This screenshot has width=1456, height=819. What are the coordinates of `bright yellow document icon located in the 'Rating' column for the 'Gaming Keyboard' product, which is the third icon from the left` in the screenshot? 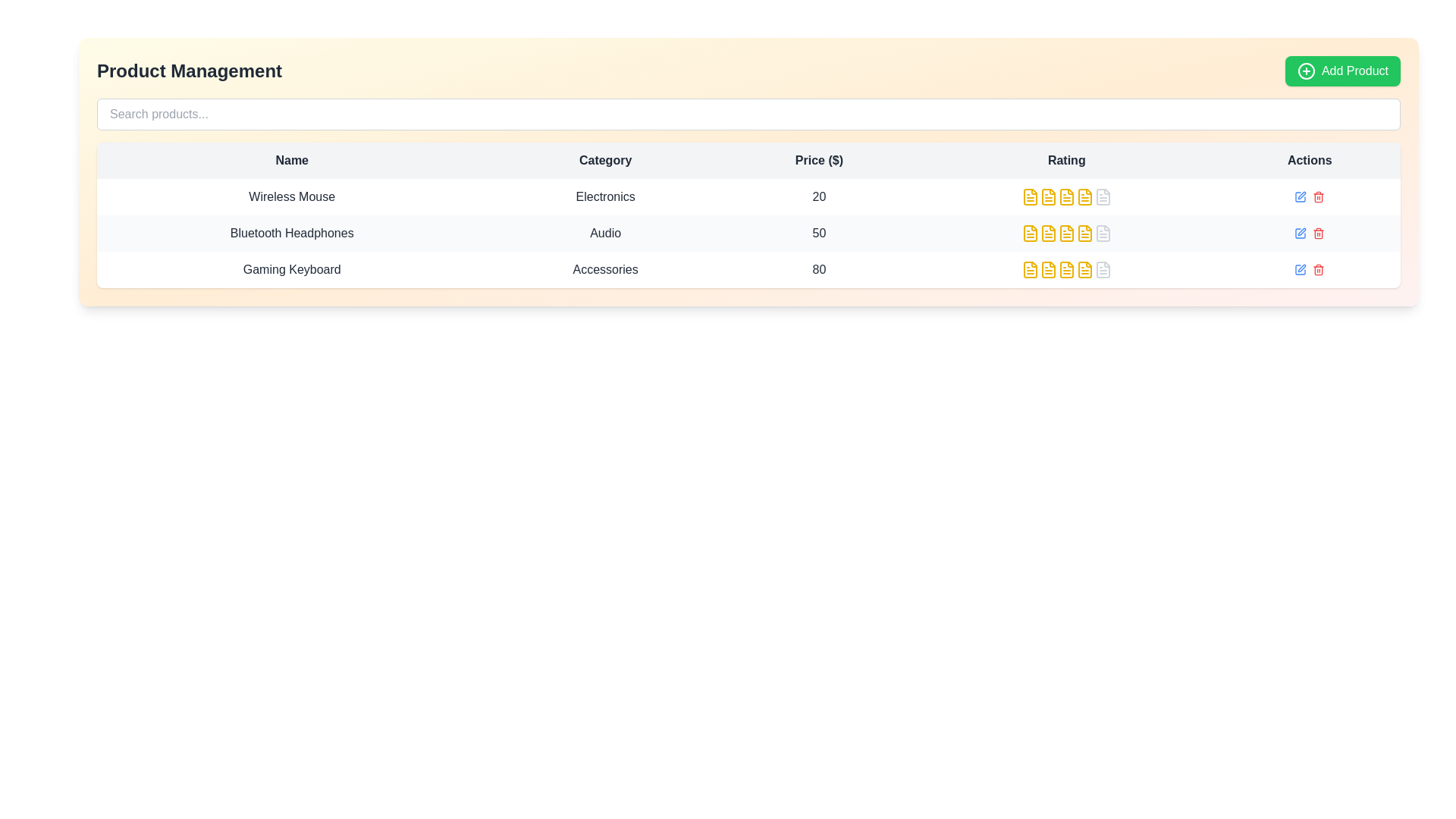 It's located at (1030, 268).